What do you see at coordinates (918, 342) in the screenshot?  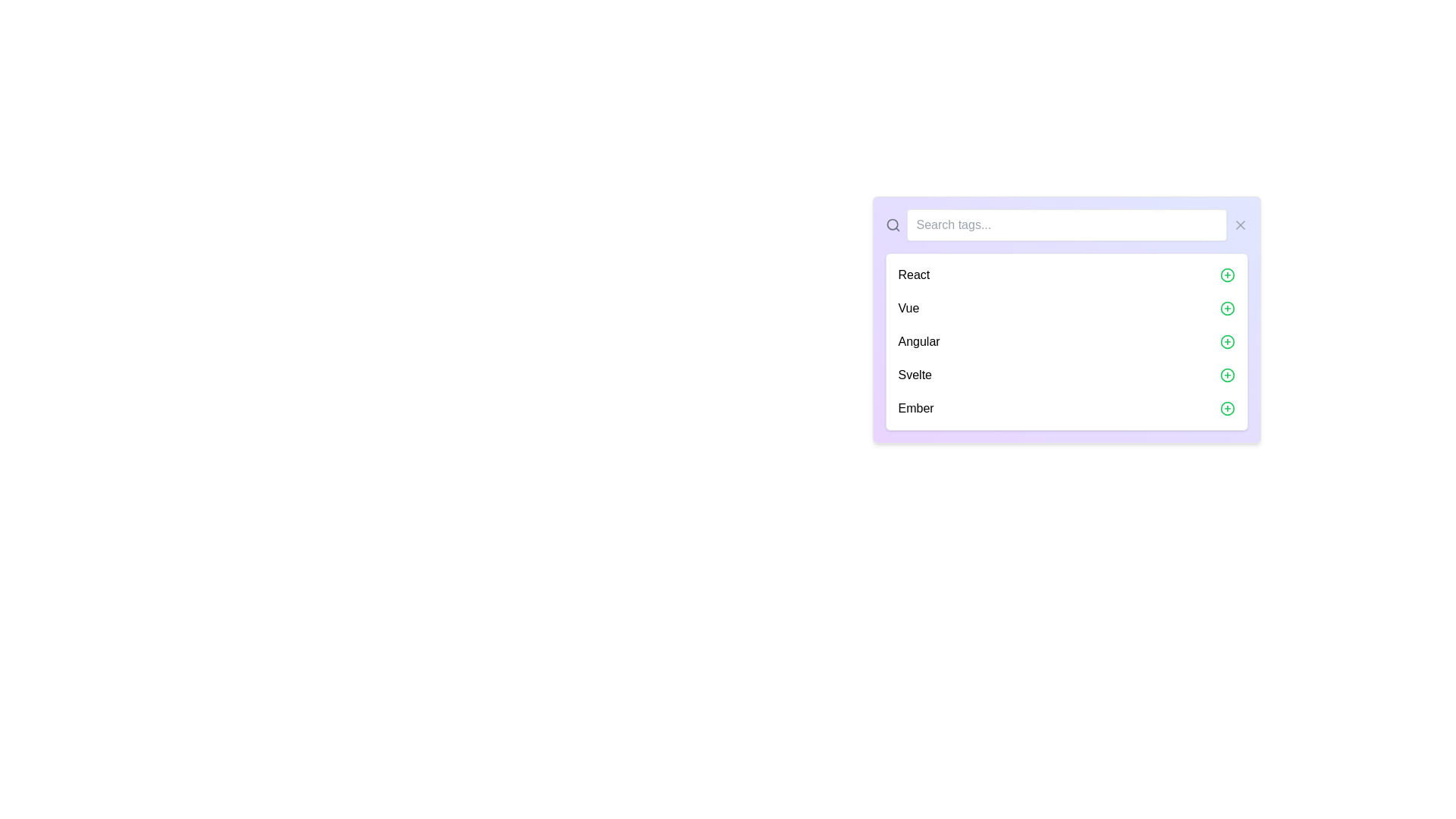 I see `the third selectable label in the vertically-stacked list of tags, which is likely used for filtering or selection` at bounding box center [918, 342].